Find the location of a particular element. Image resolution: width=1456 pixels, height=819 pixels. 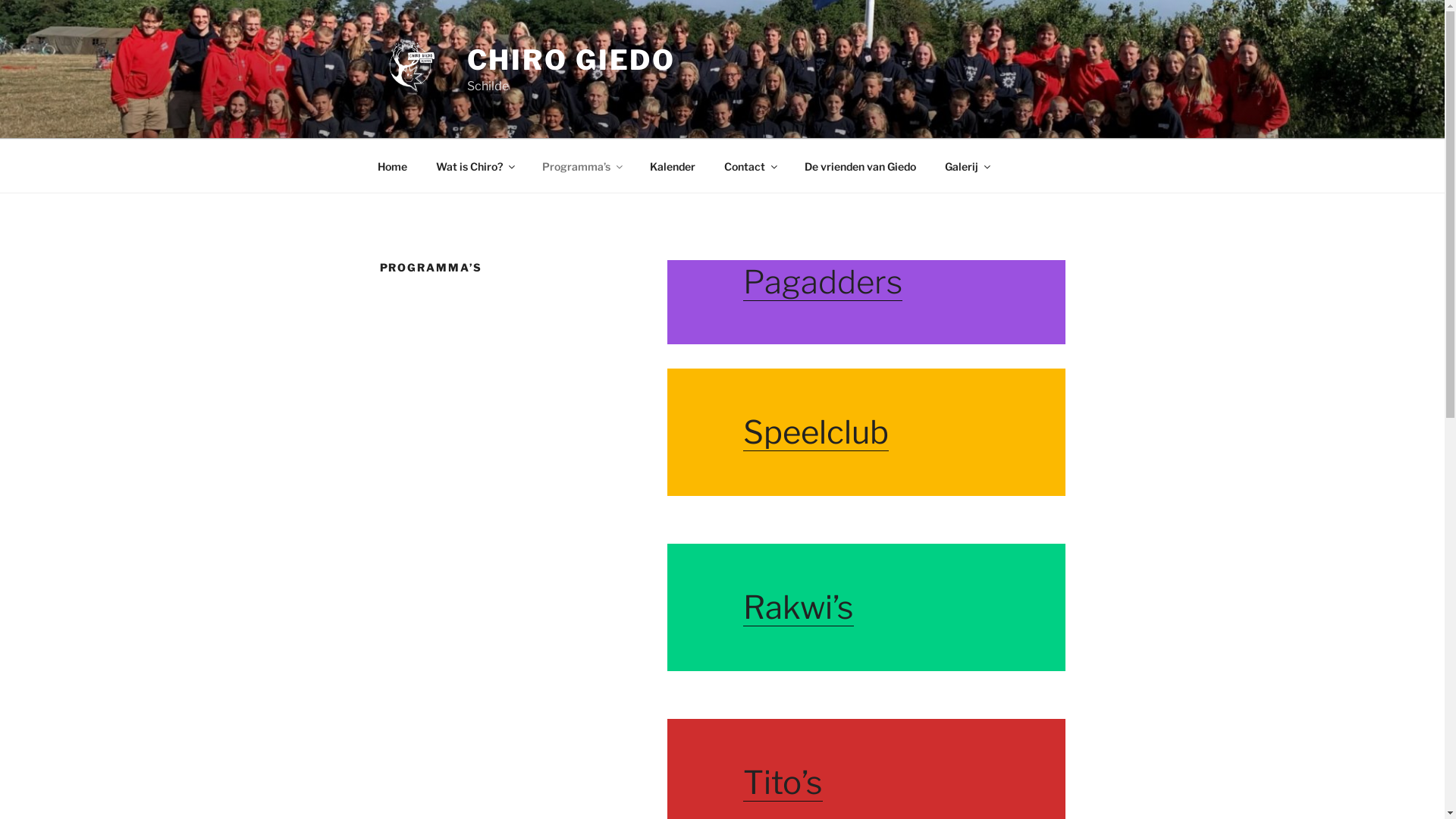

'Kalender' is located at coordinates (672, 165).